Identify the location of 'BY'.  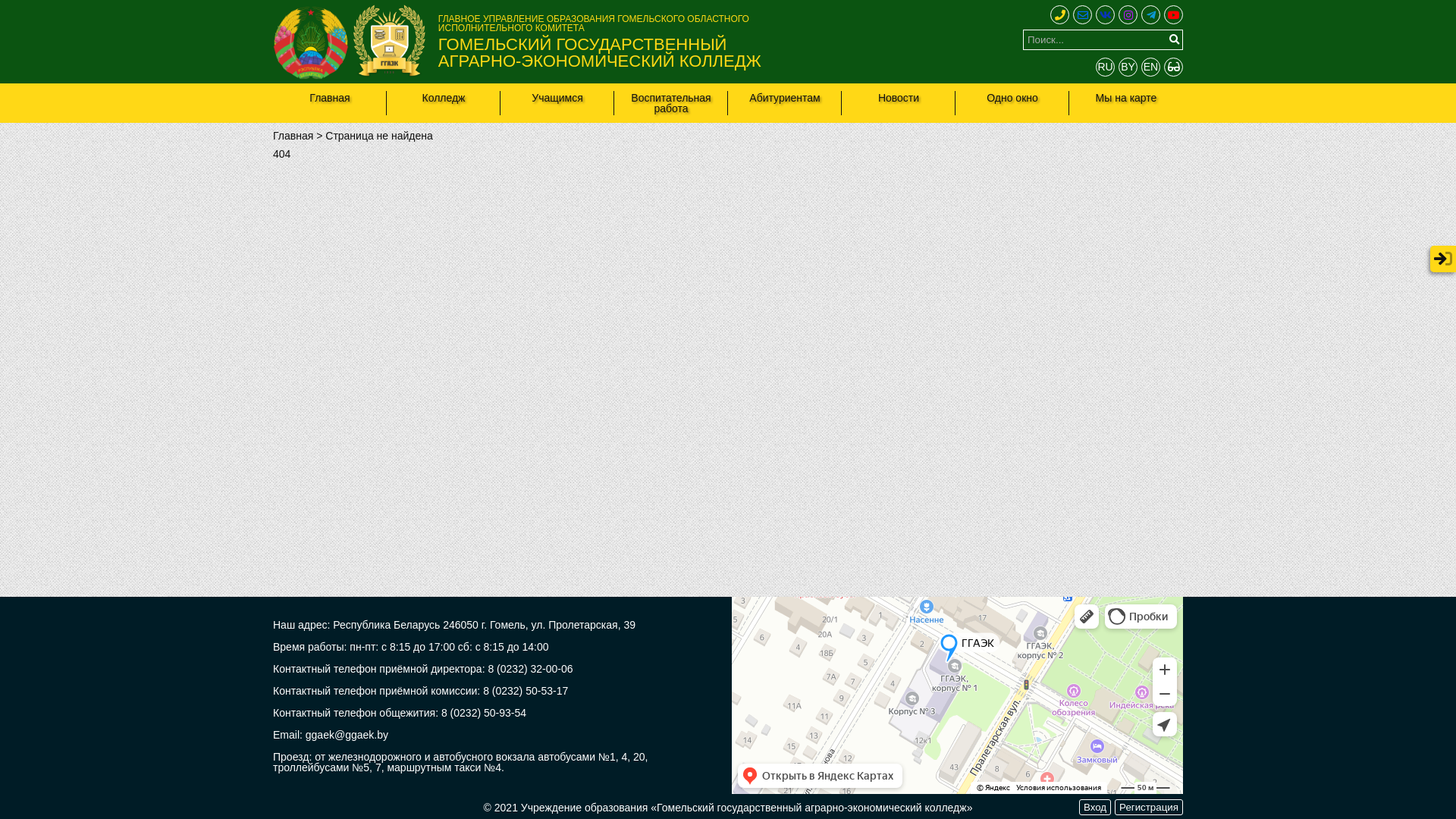
(1128, 66).